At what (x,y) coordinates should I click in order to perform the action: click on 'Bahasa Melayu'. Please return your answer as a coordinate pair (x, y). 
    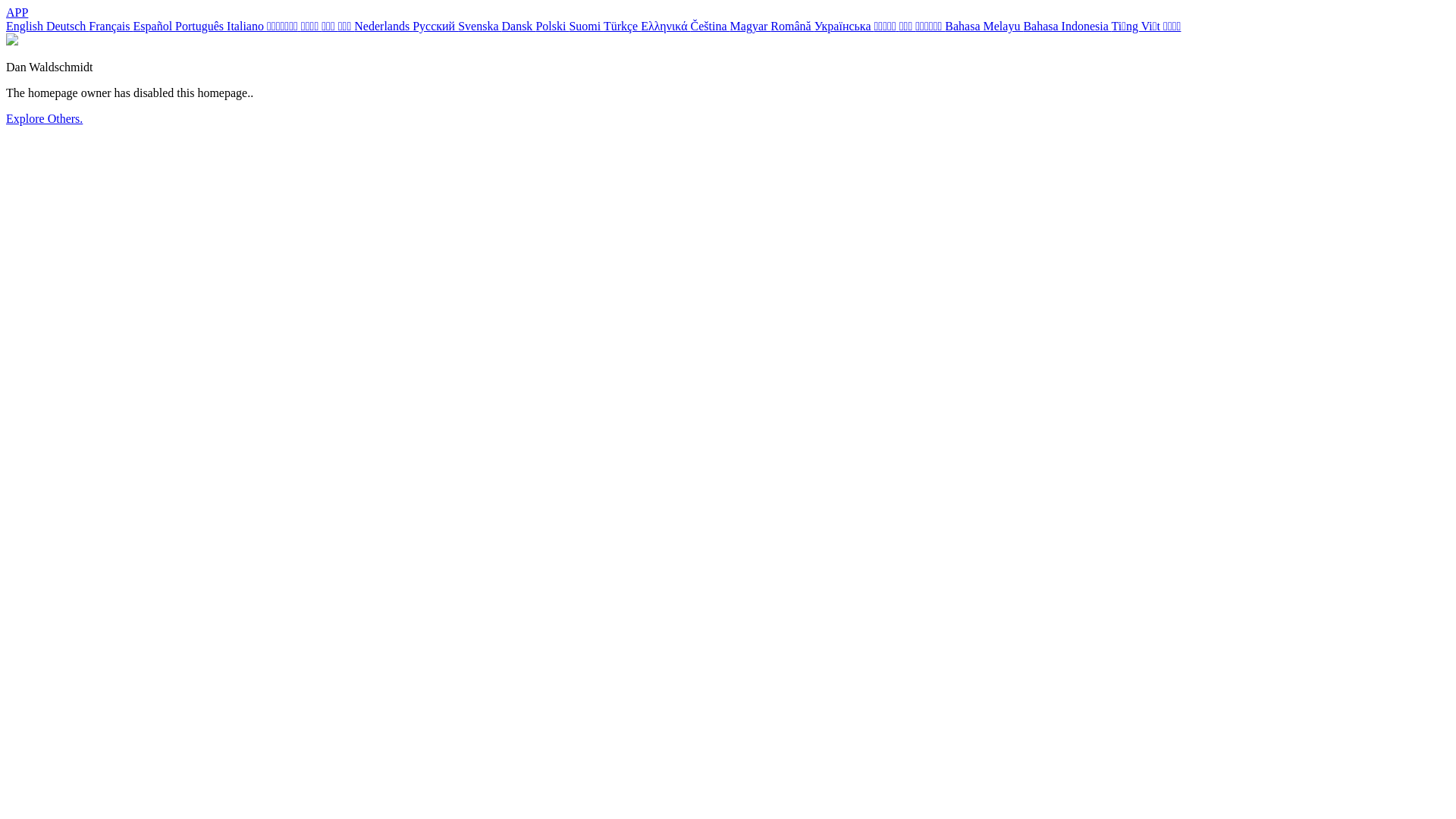
    Looking at the image, I should click on (944, 26).